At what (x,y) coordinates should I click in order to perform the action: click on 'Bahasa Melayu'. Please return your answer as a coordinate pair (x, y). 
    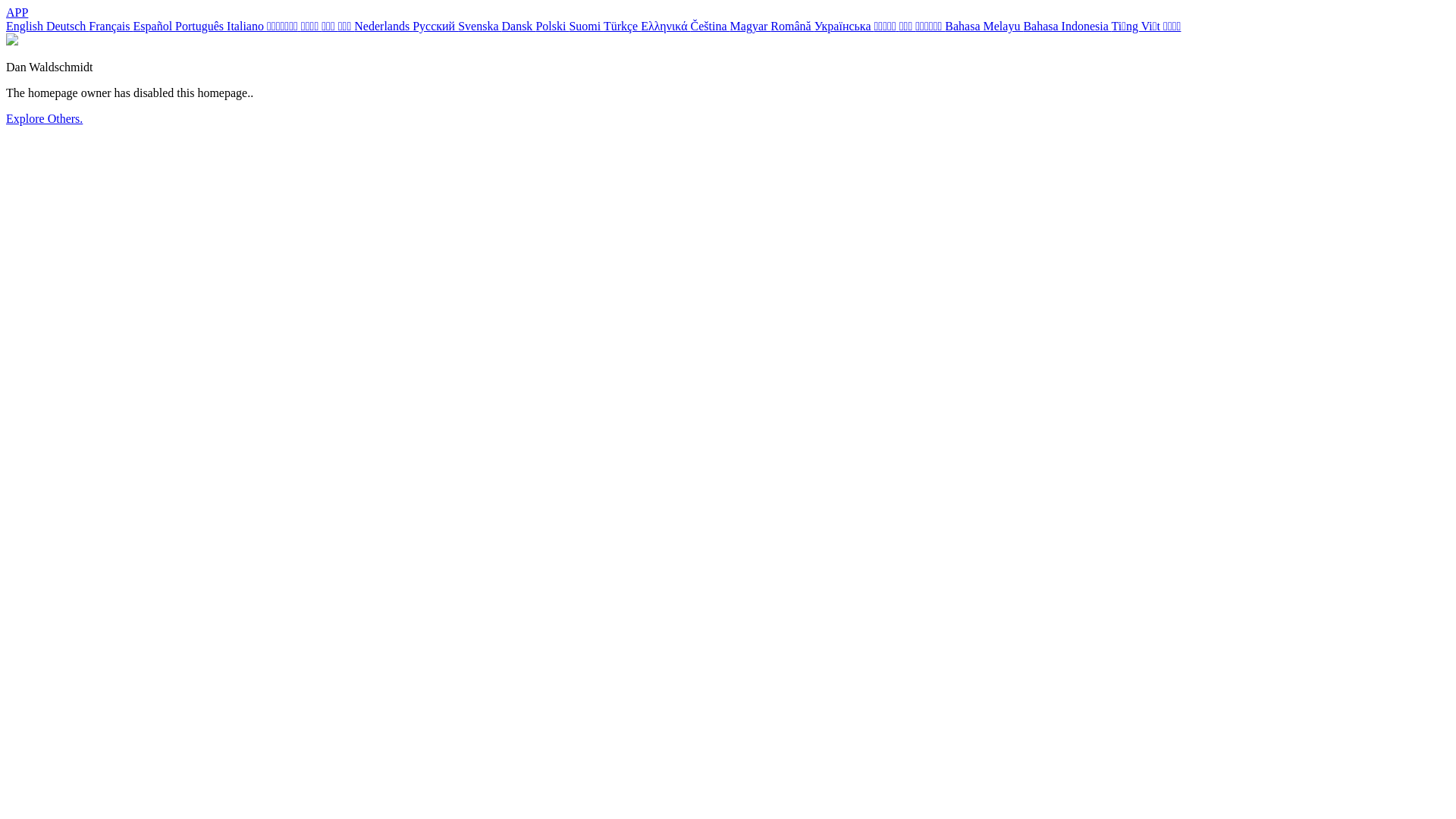
    Looking at the image, I should click on (944, 26).